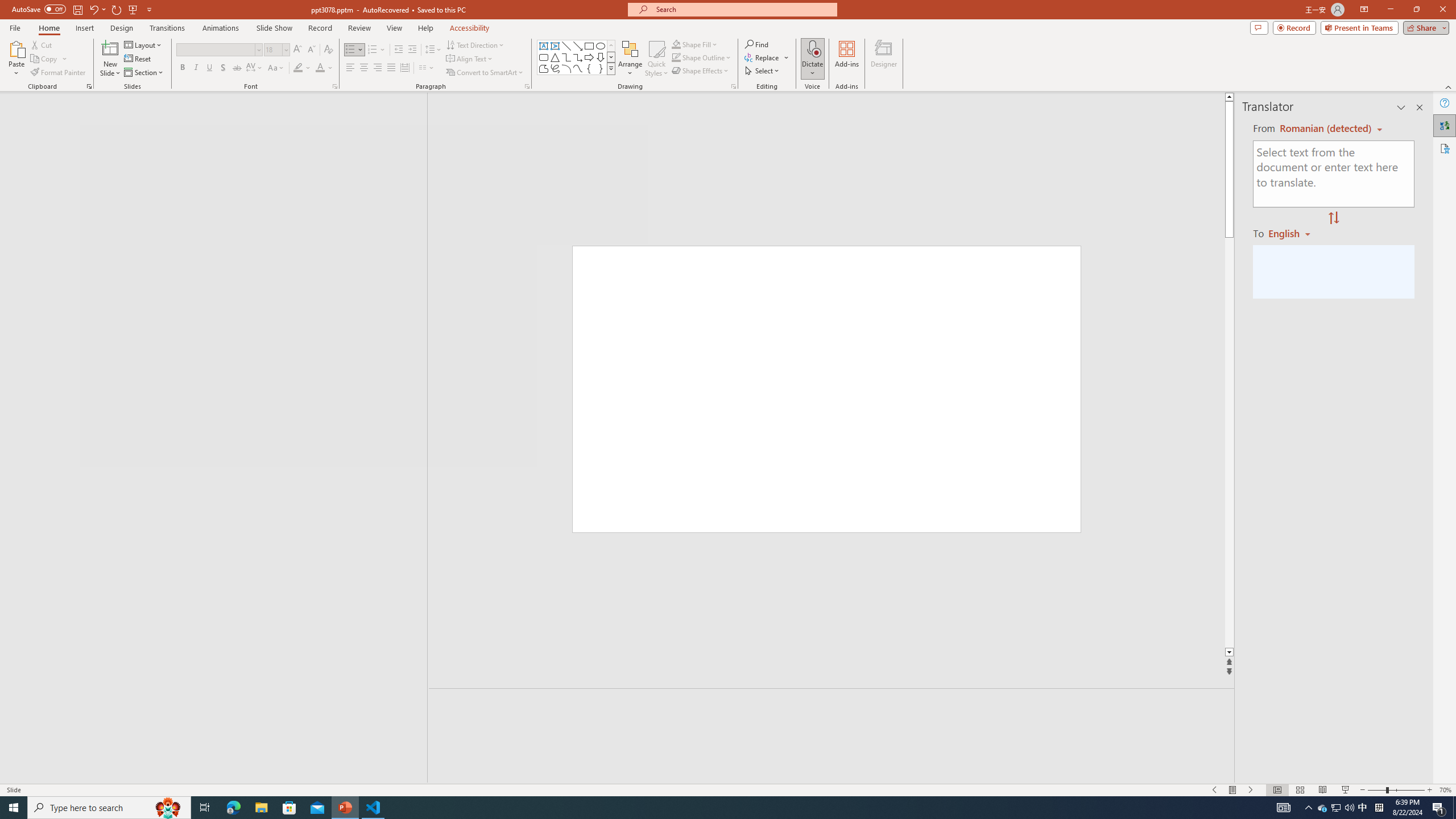  Describe the element at coordinates (577, 45) in the screenshot. I see `'Line Arrow'` at that location.